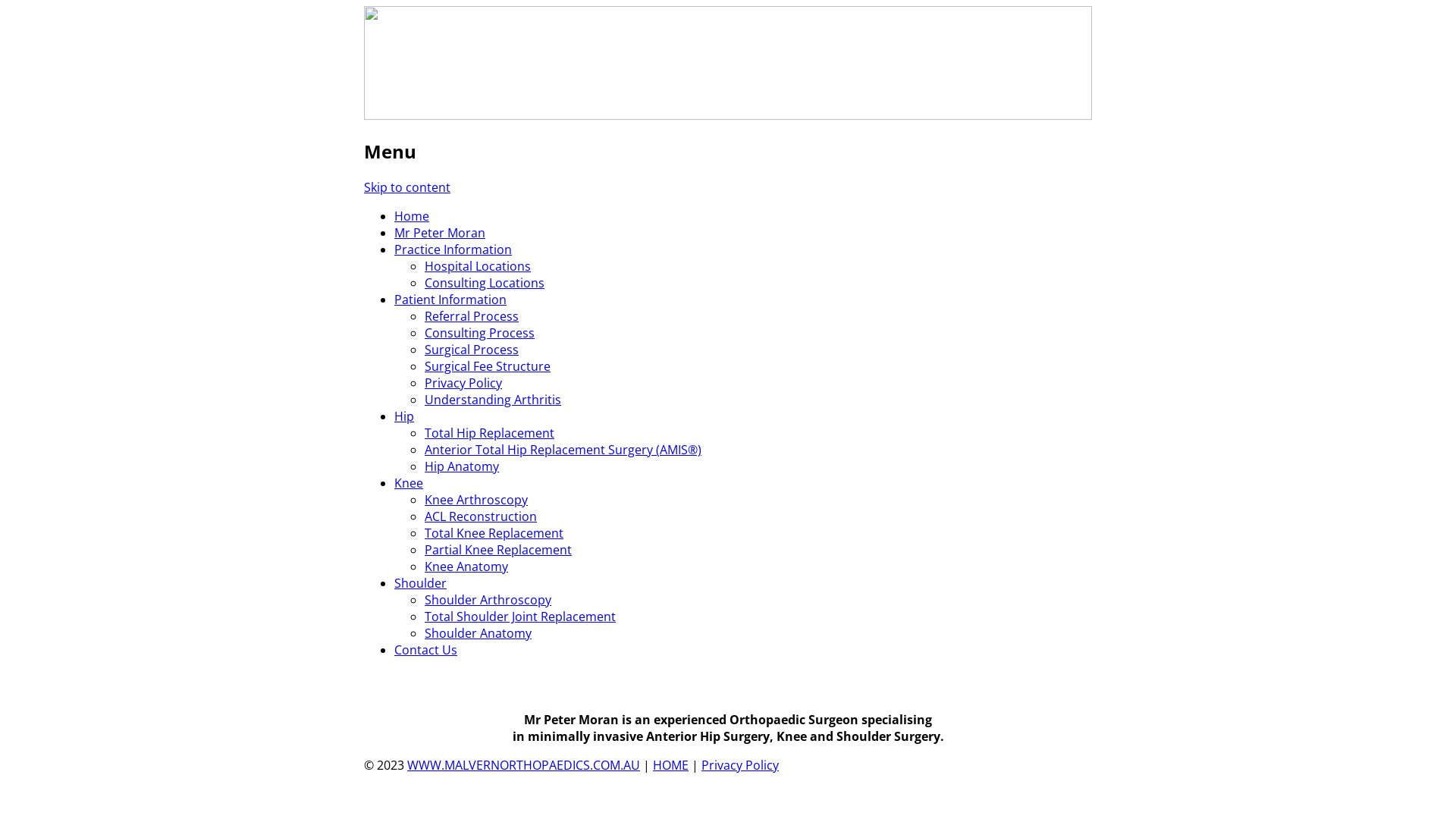 The image size is (1456, 819). Describe the element at coordinates (479, 516) in the screenshot. I see `'ACL Reconstruction'` at that location.